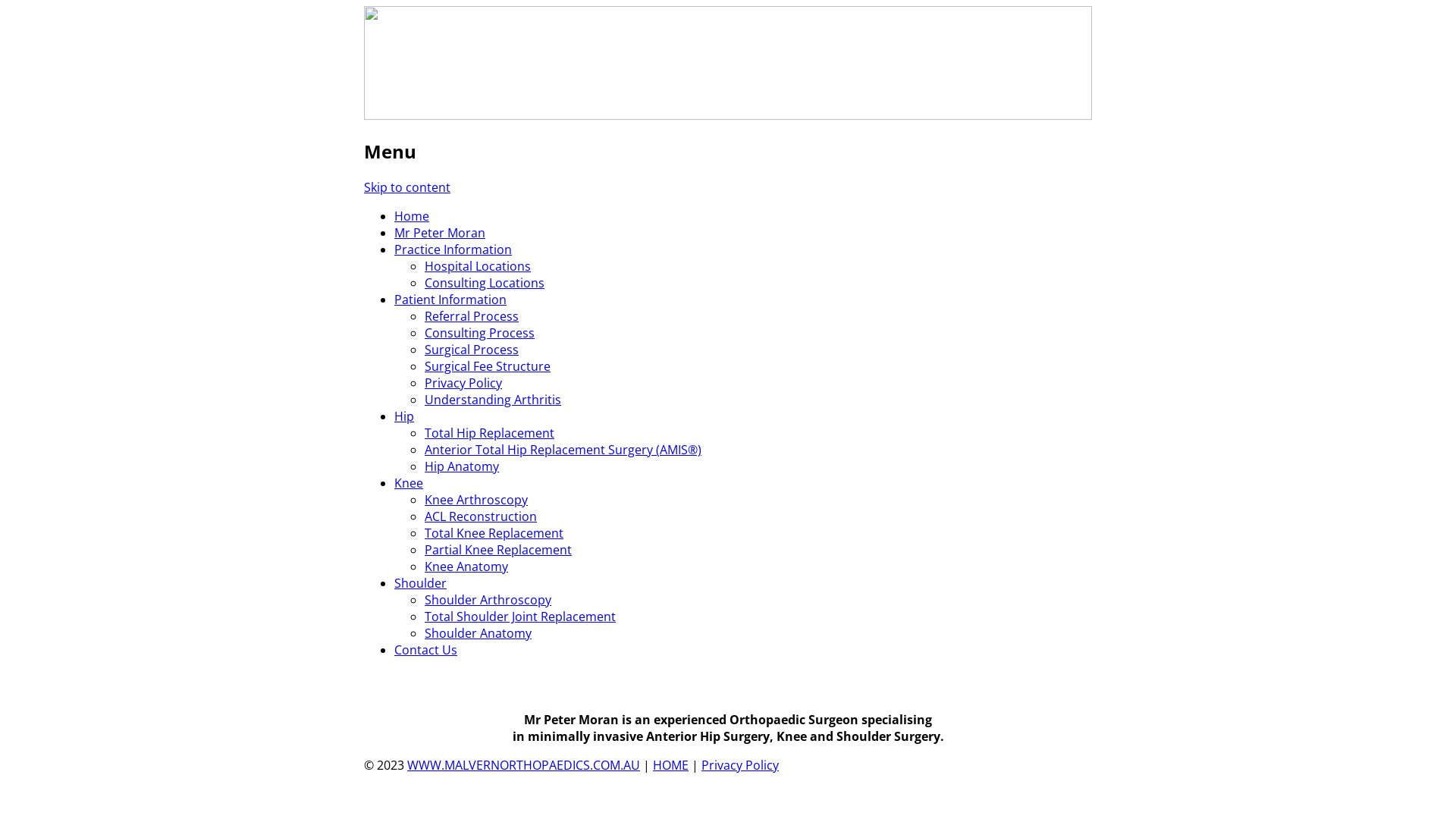 The image size is (1456, 819). Describe the element at coordinates (479, 516) in the screenshot. I see `'ACL Reconstruction'` at that location.